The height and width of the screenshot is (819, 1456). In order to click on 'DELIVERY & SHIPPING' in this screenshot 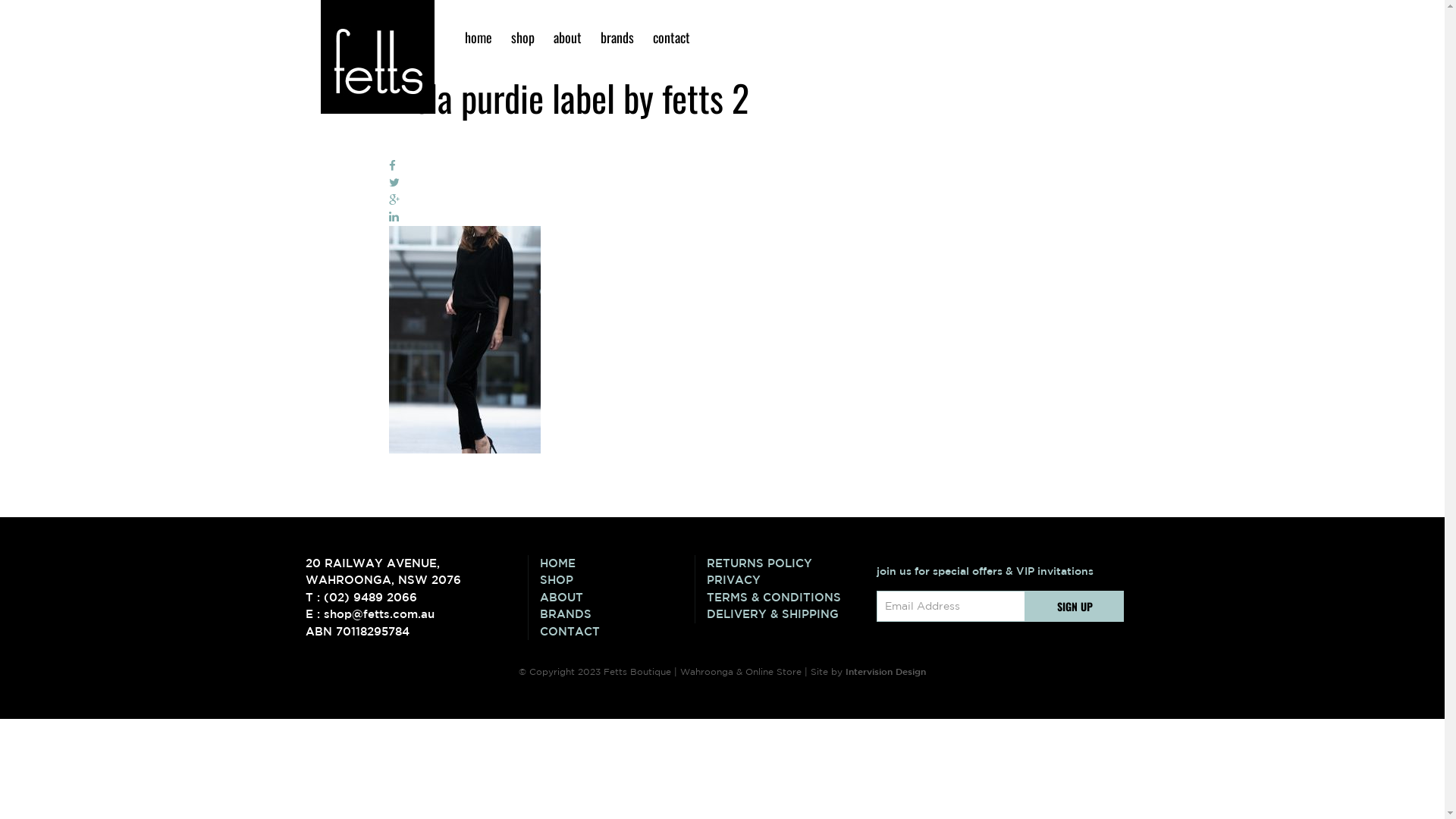, I will do `click(783, 614)`.